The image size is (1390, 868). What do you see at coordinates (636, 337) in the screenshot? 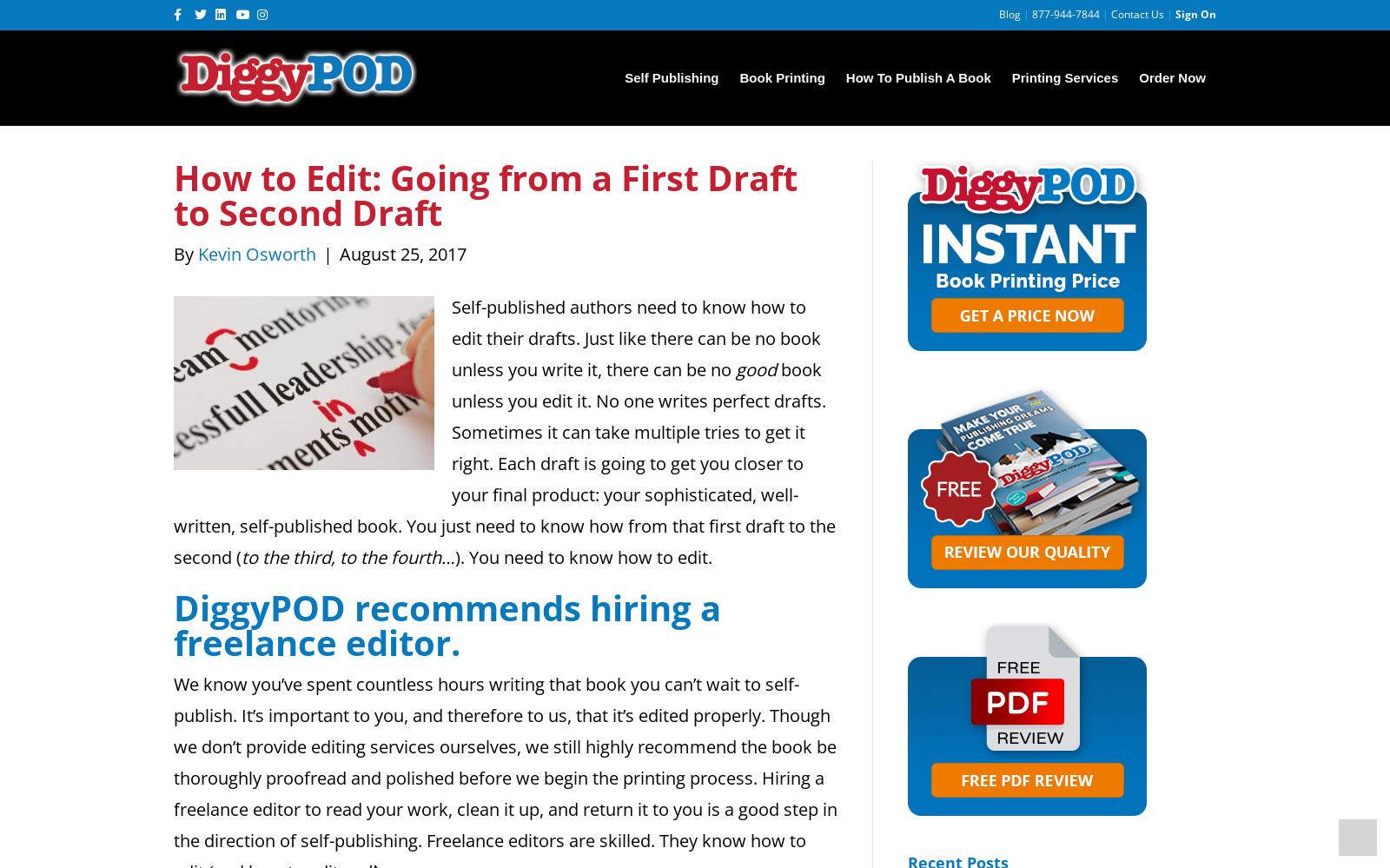
I see `'Self-published authors need to know how to edit their drafts. Just like there can be no book unless you write it, there can be no'` at bounding box center [636, 337].